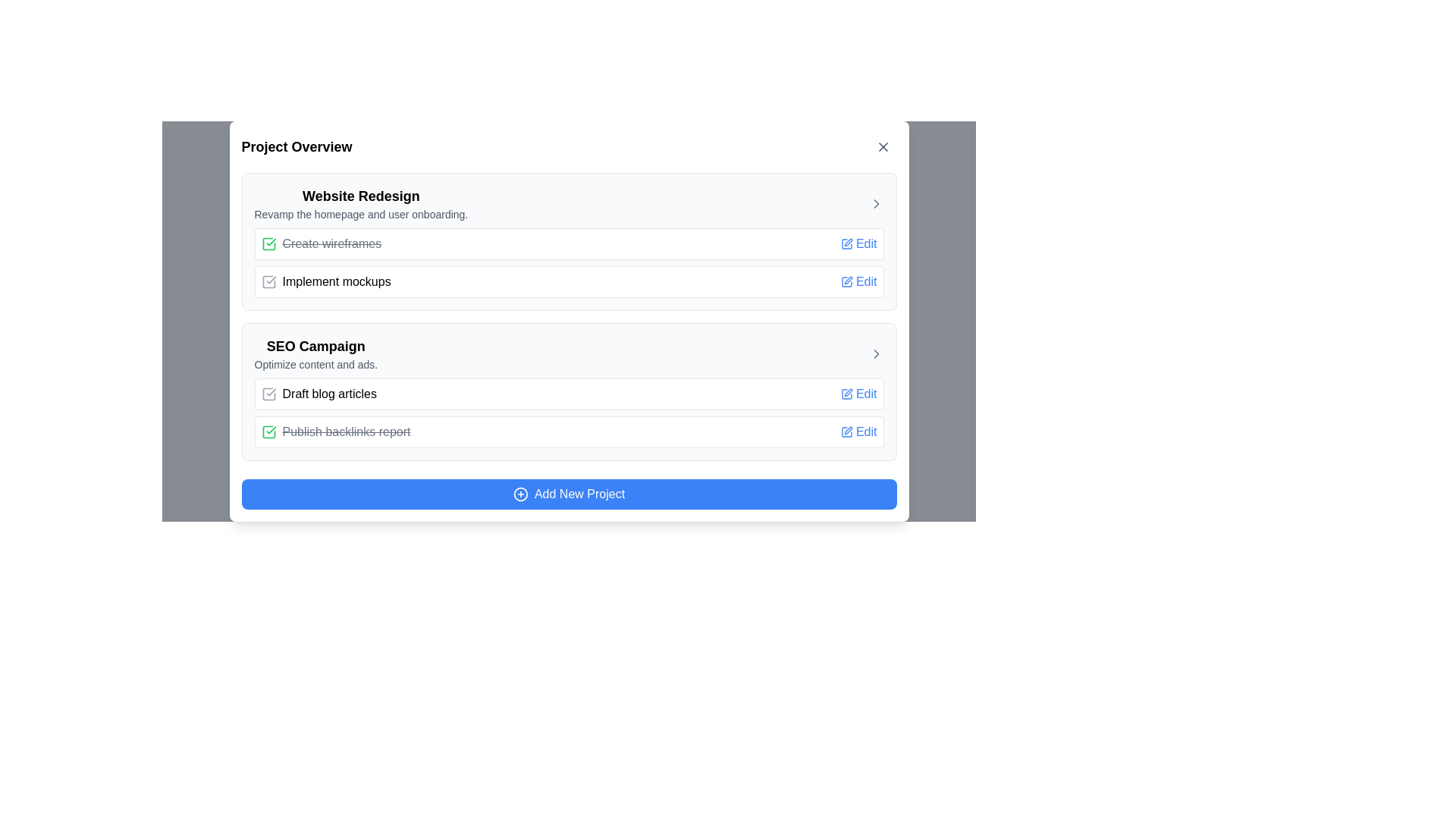 The width and height of the screenshot is (1456, 819). What do you see at coordinates (847, 430) in the screenshot?
I see `the pen icon located within the edit button on the right-hand side of the project task row` at bounding box center [847, 430].